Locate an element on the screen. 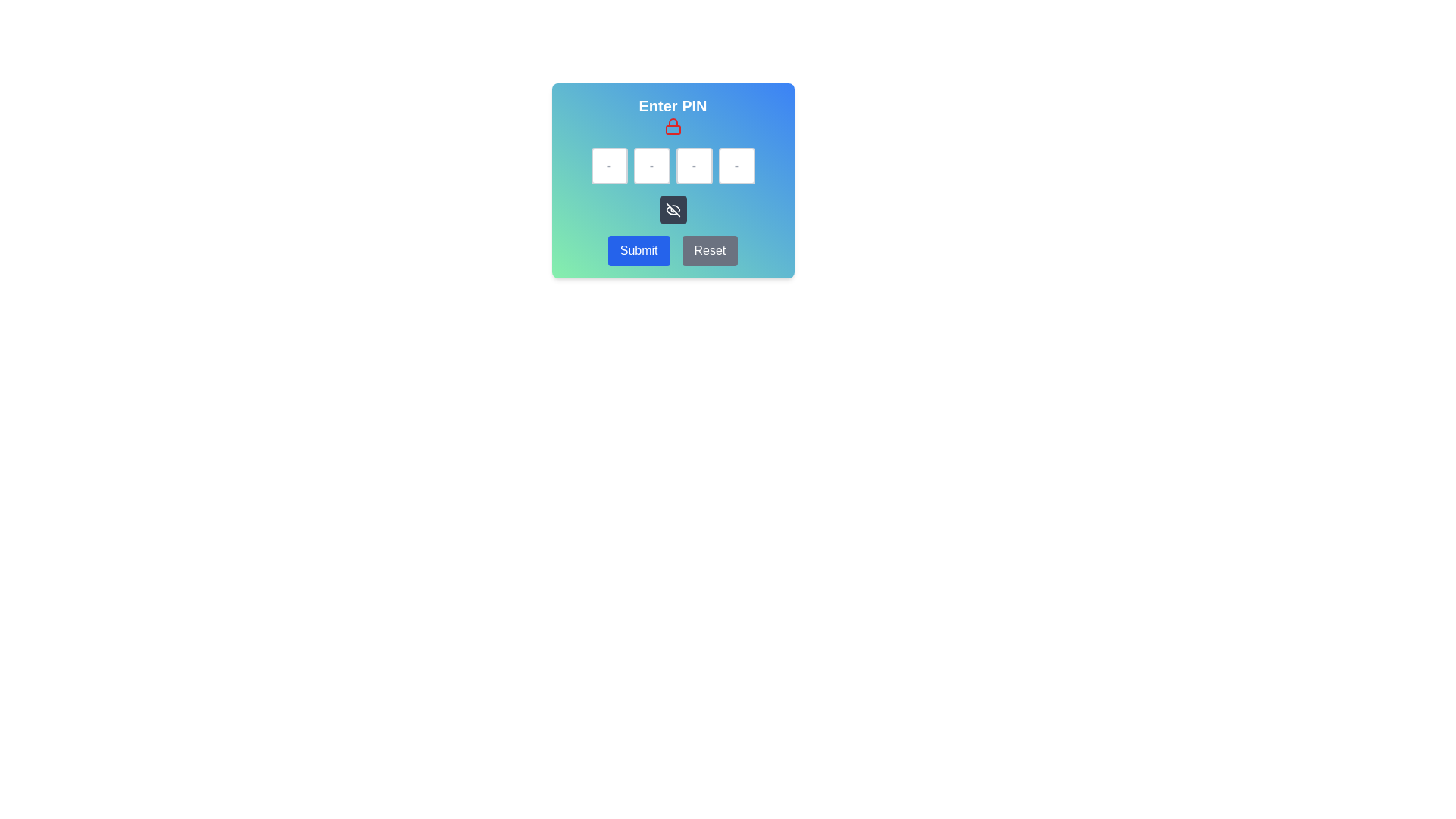 Image resolution: width=1456 pixels, height=819 pixels. the 'Submit' button, which is the left button in a group of two buttons below the PIN entry fields is located at coordinates (639, 249).